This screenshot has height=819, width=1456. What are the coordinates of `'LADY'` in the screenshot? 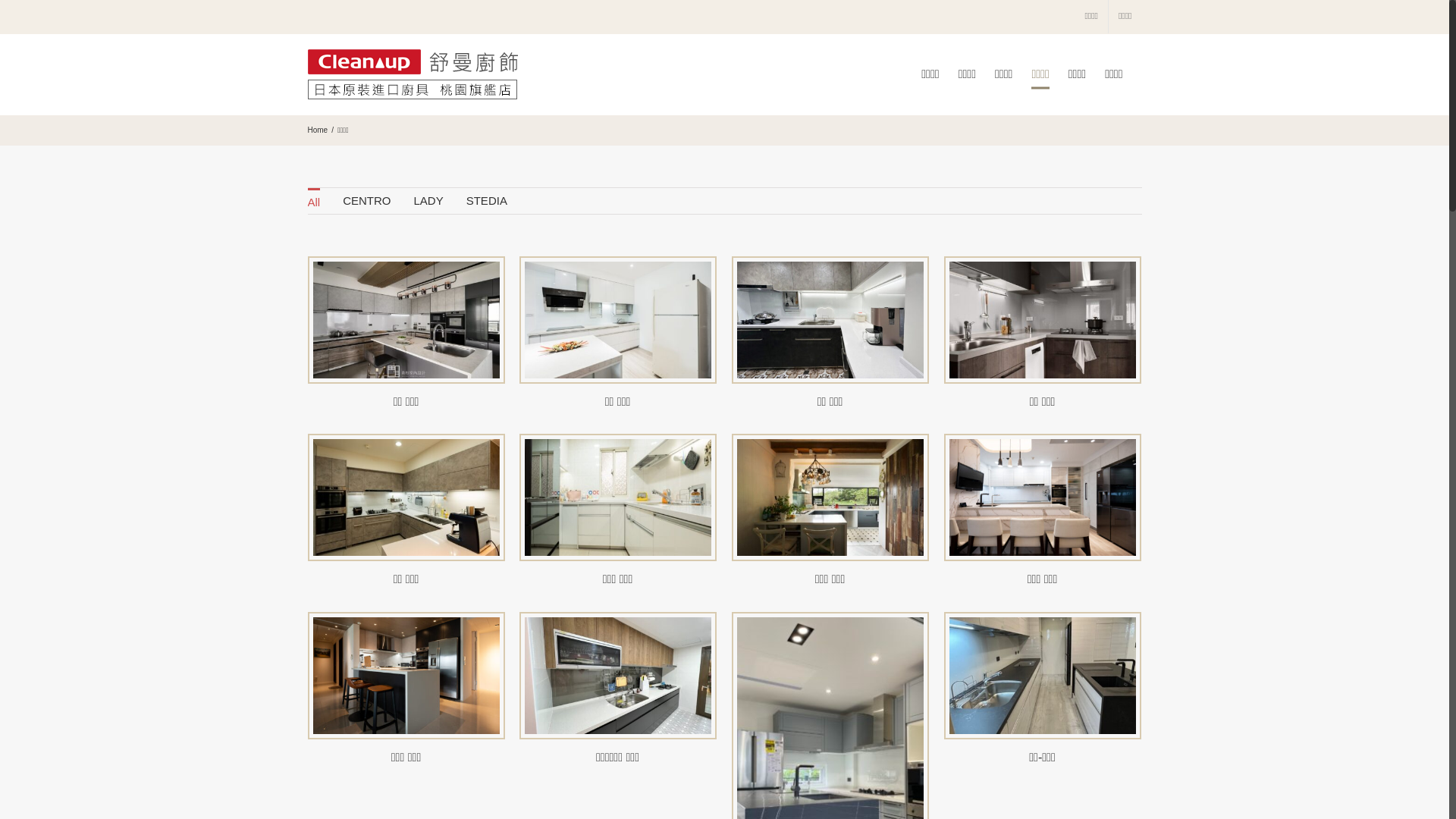 It's located at (428, 200).